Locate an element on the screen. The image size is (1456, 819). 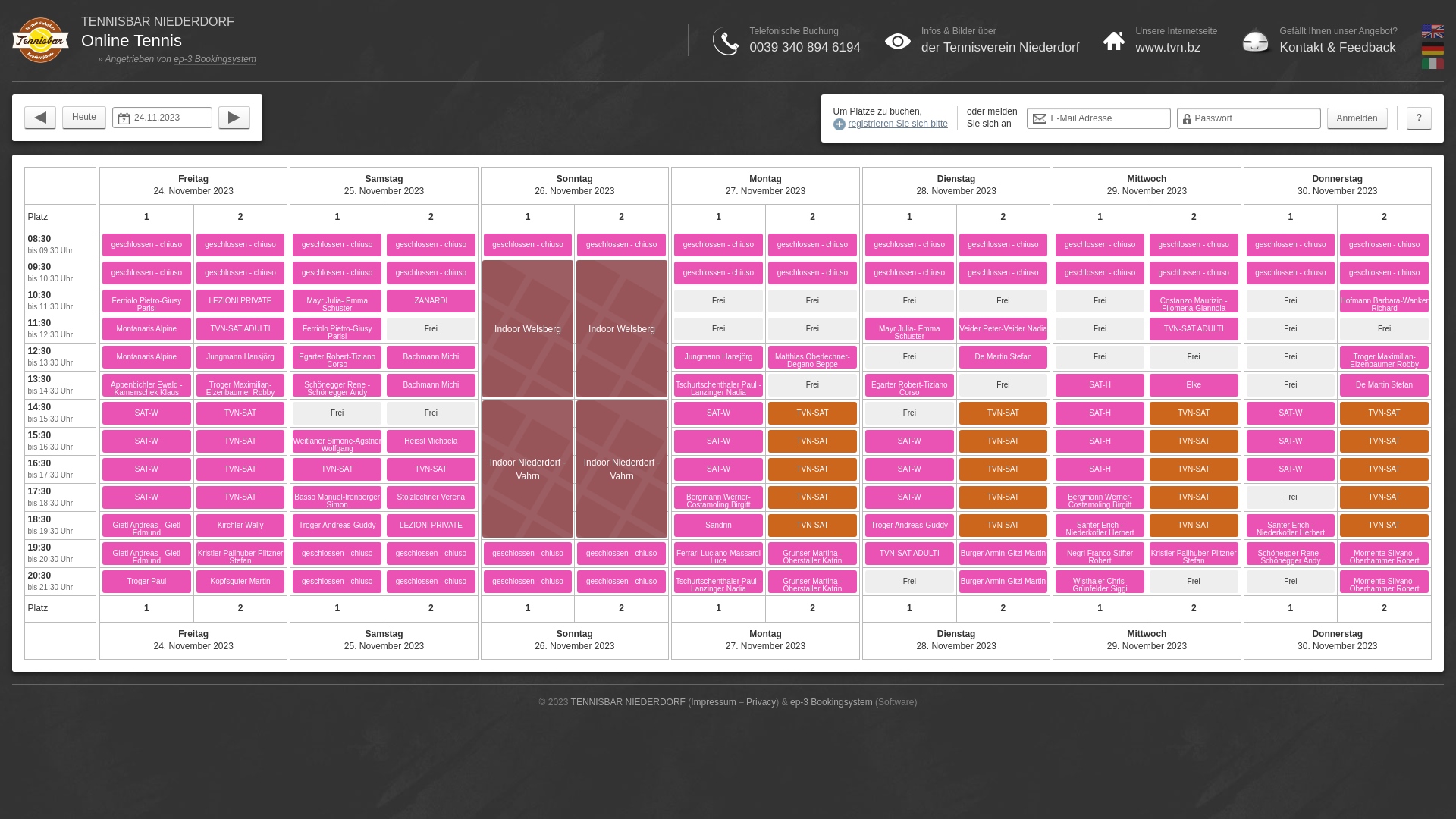
'Ferriolo Pietro-Giusy Parisi' is located at coordinates (101, 301).